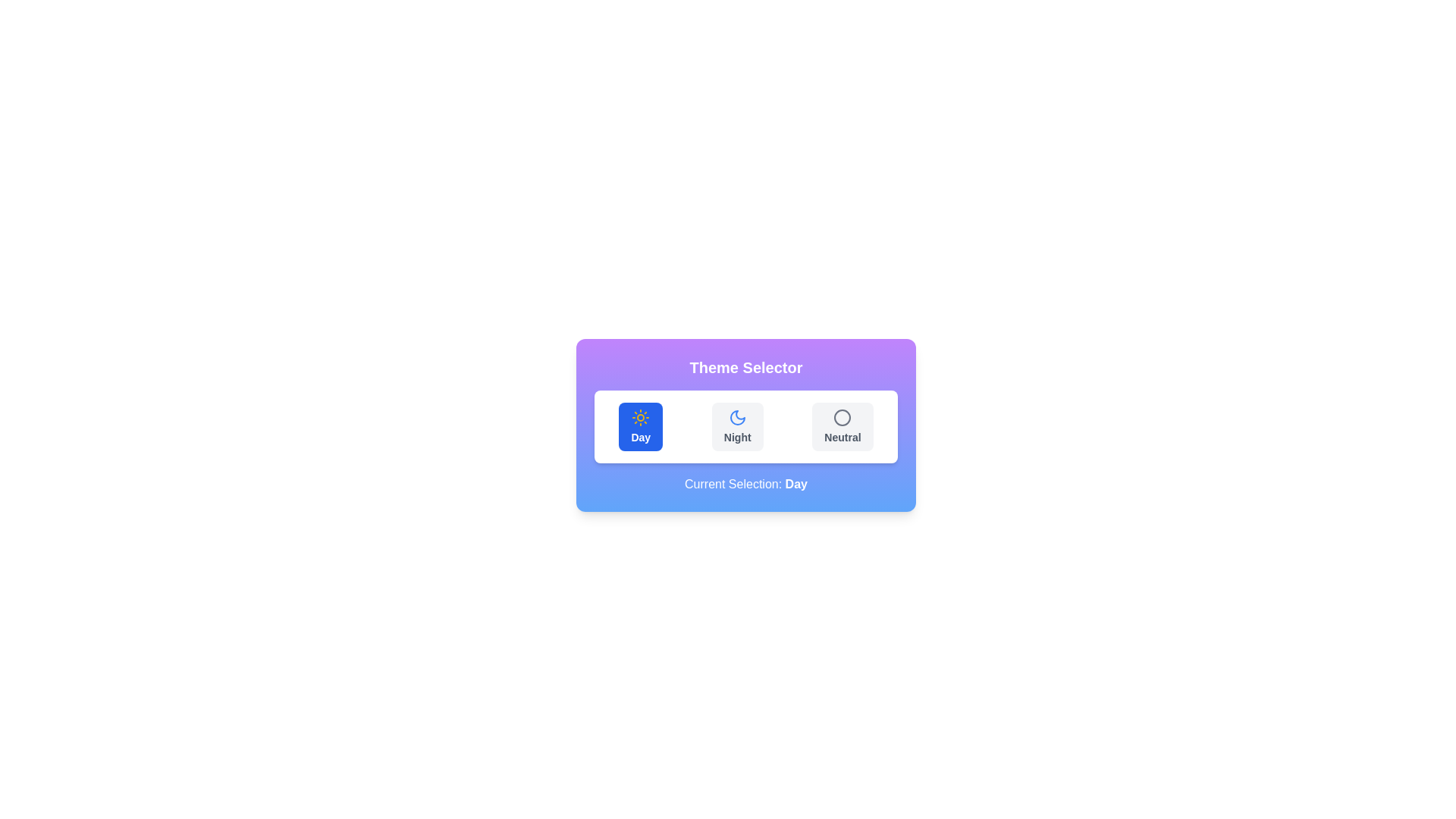 The width and height of the screenshot is (1456, 819). What do you see at coordinates (737, 427) in the screenshot?
I see `the second button in the theme selector interface` at bounding box center [737, 427].